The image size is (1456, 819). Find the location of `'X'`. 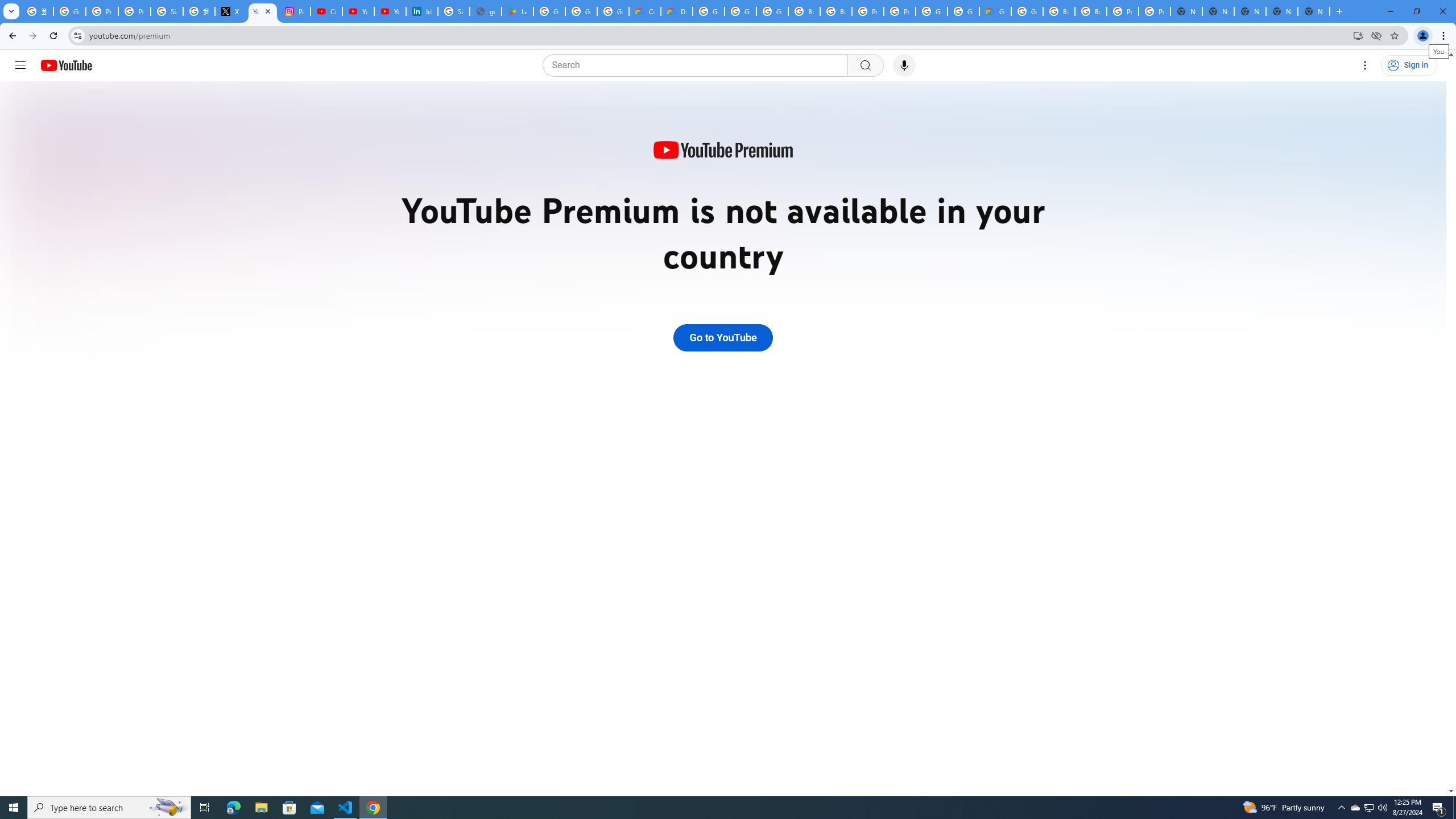

'X' is located at coordinates (230, 11).